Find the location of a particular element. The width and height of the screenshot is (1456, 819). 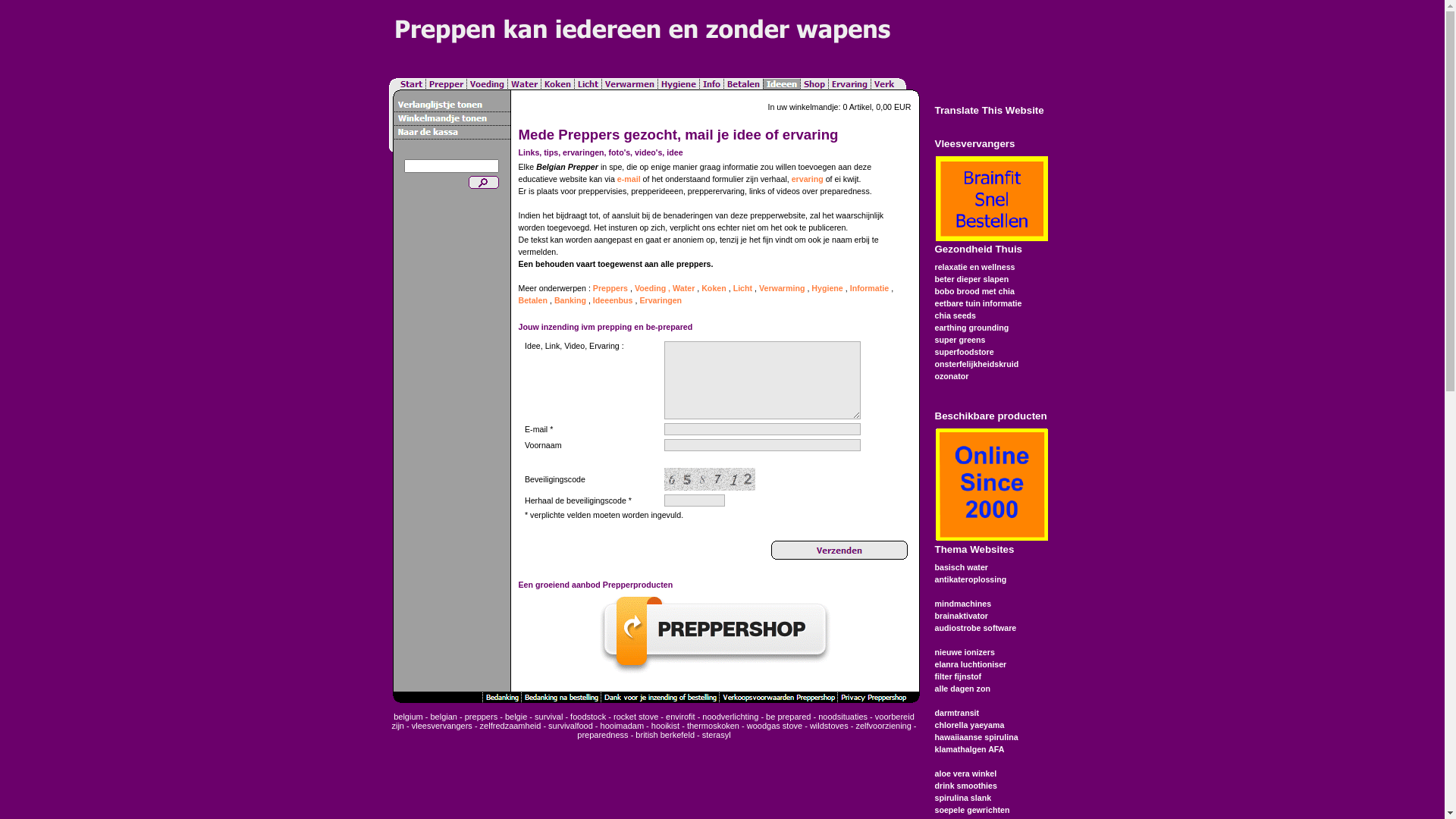

'Ervaringen' is located at coordinates (660, 300).